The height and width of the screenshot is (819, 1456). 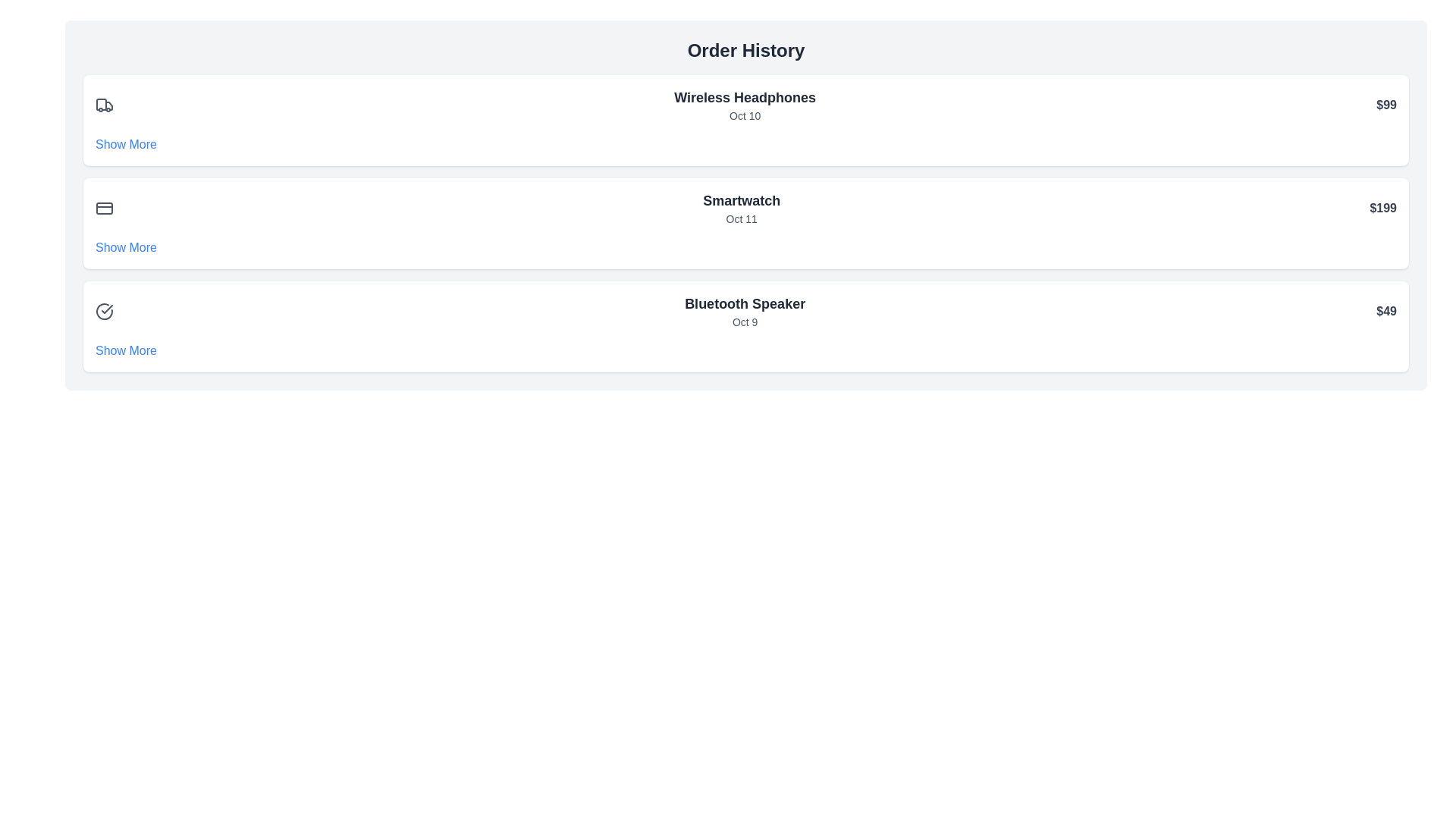 I want to click on the first item in the second card of the 'Order History' section, which displays details about an item including its name, date, and price, so click(x=745, y=208).